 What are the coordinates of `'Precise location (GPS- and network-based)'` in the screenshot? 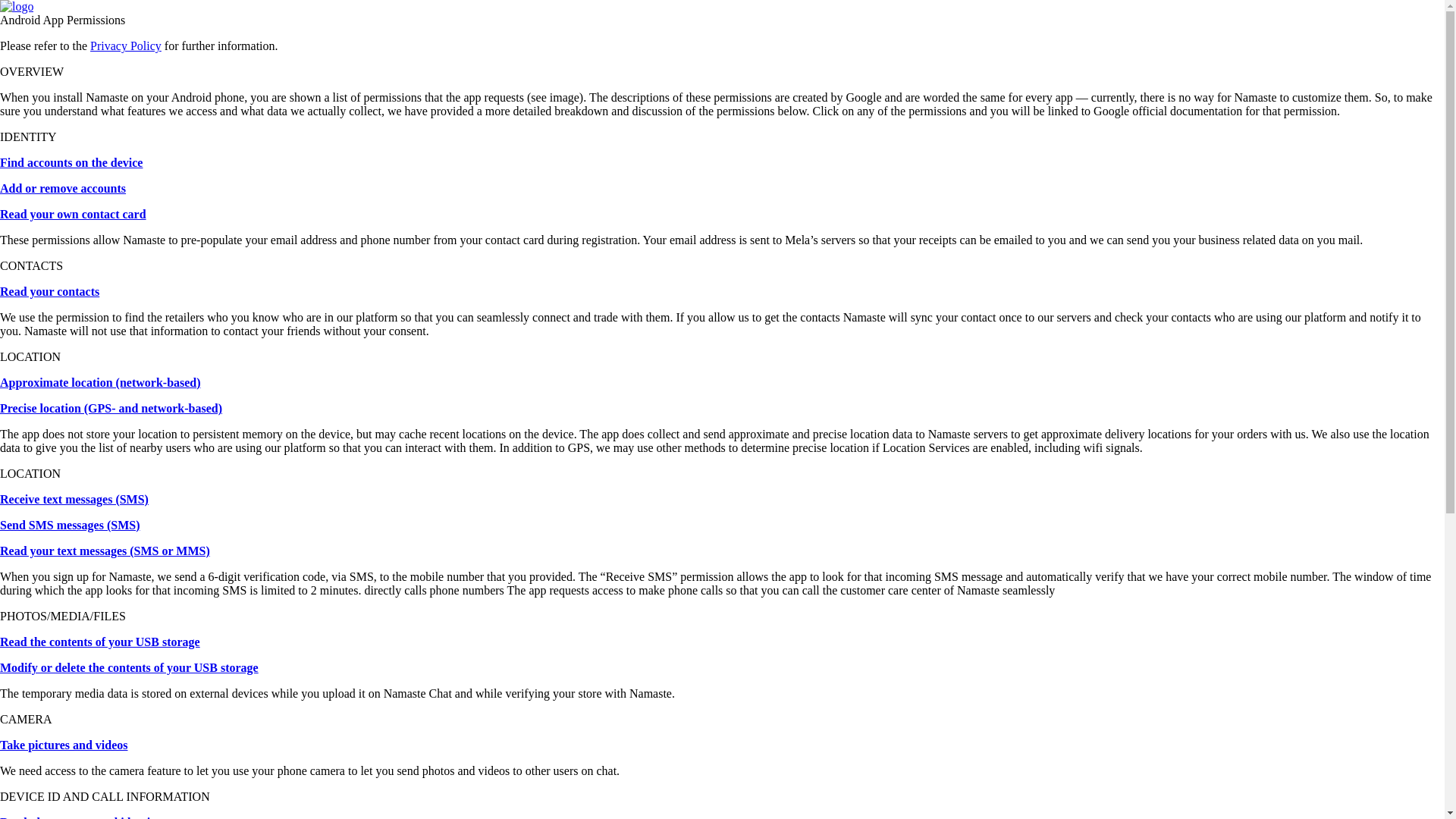 It's located at (110, 407).